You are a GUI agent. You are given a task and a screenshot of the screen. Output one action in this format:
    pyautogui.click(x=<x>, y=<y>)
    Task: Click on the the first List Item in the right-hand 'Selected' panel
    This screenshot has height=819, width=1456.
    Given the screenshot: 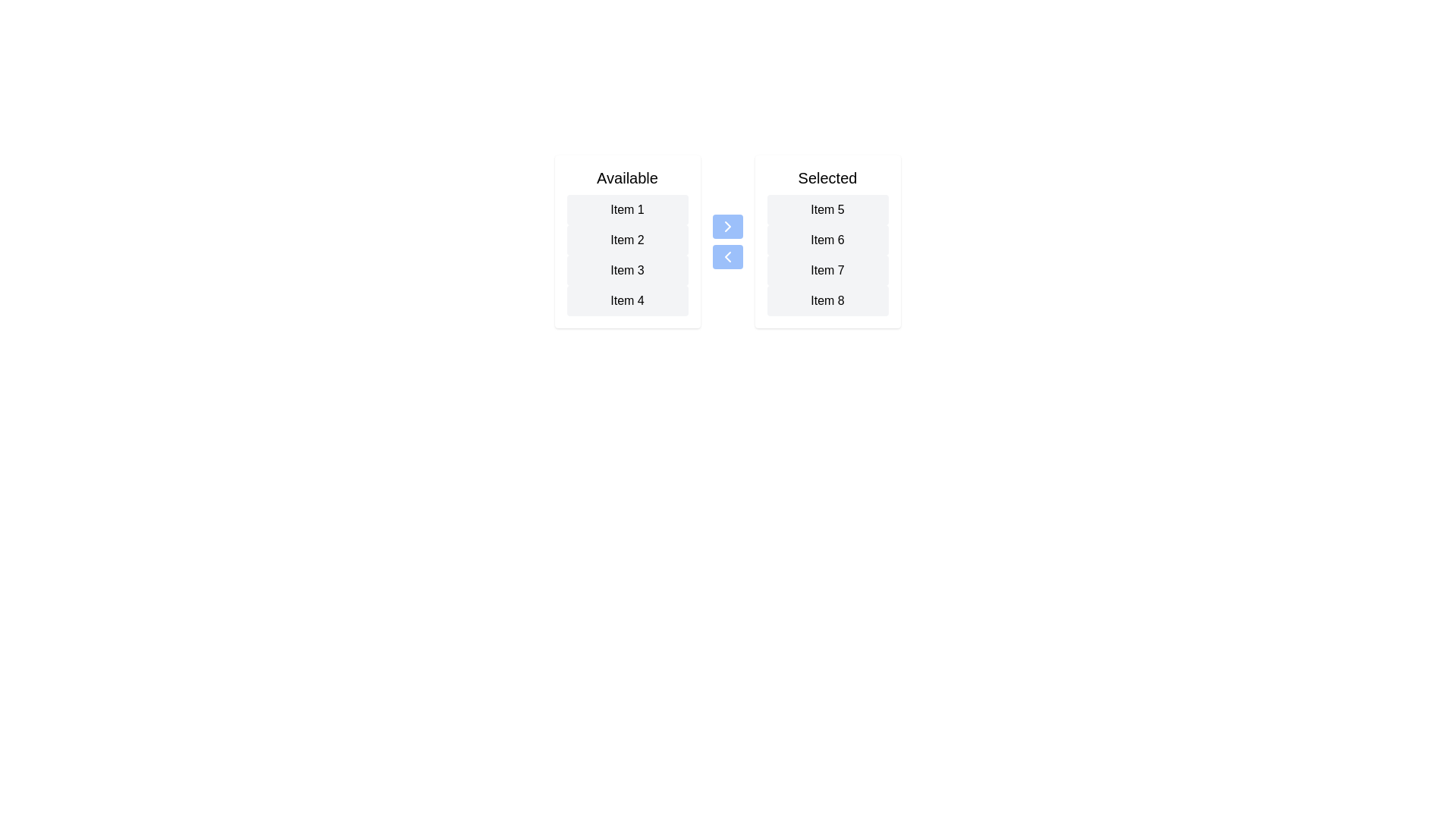 What is the action you would take?
    pyautogui.click(x=827, y=210)
    